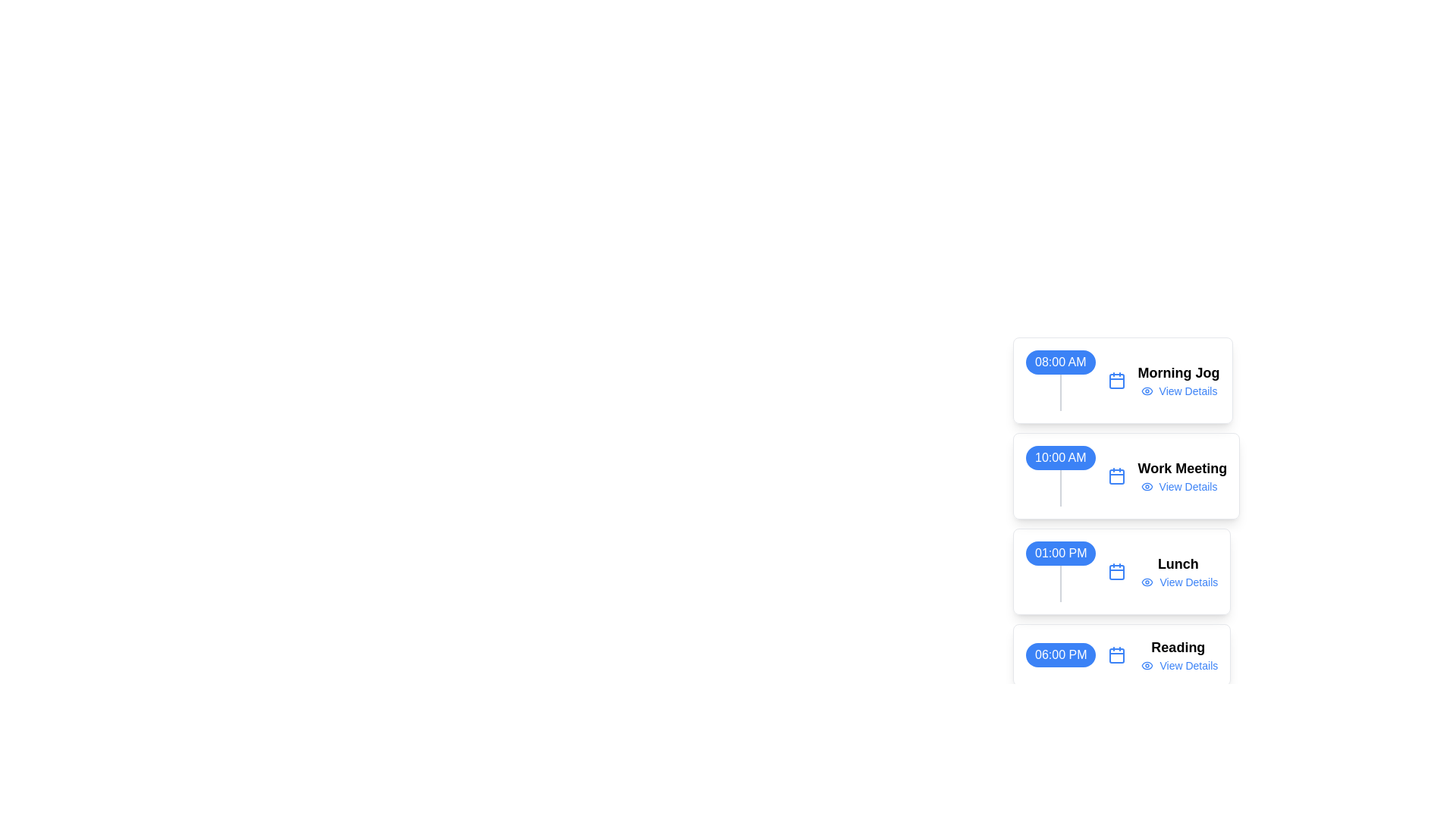  What do you see at coordinates (1060, 571) in the screenshot?
I see `the scheduled time label that indicates the start time of an appointment or event, positioned above a vertical line and to the left of the 'Lunch' text` at bounding box center [1060, 571].